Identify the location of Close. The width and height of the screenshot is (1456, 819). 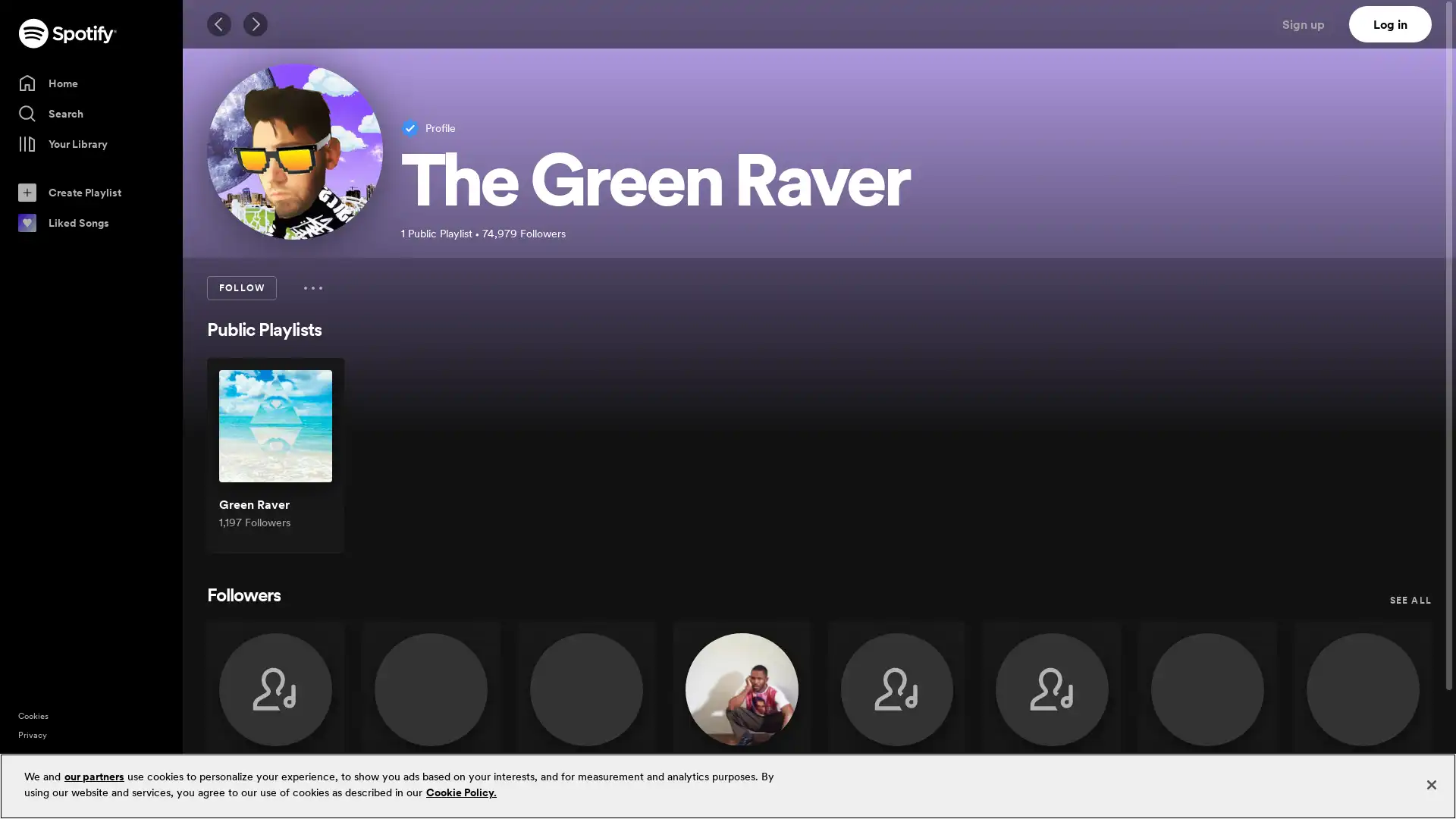
(1430, 784).